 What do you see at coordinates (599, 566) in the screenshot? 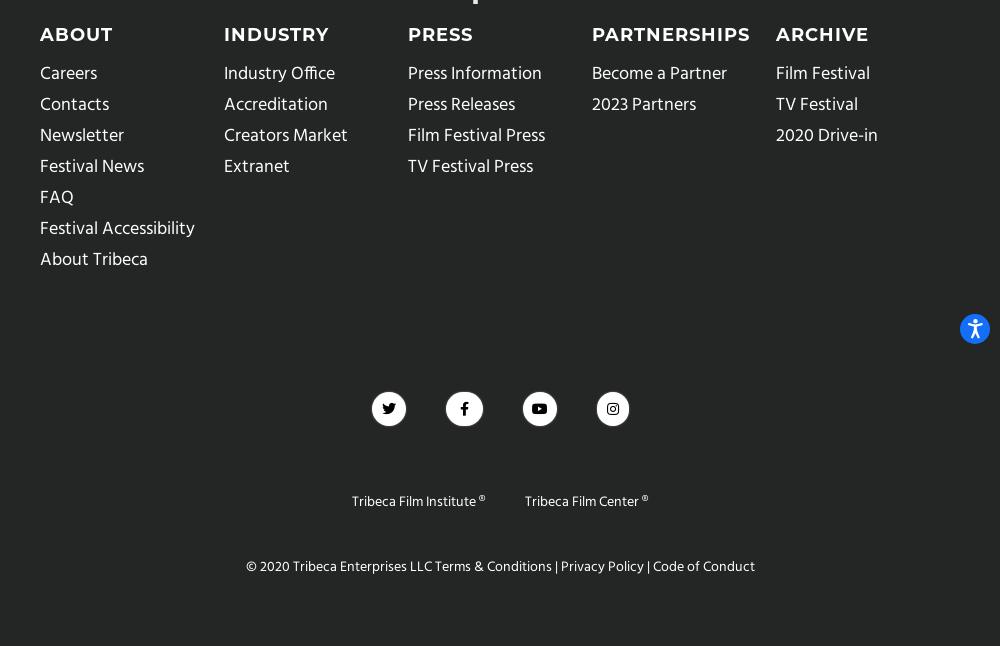
I see `'Privacy Policy'` at bounding box center [599, 566].